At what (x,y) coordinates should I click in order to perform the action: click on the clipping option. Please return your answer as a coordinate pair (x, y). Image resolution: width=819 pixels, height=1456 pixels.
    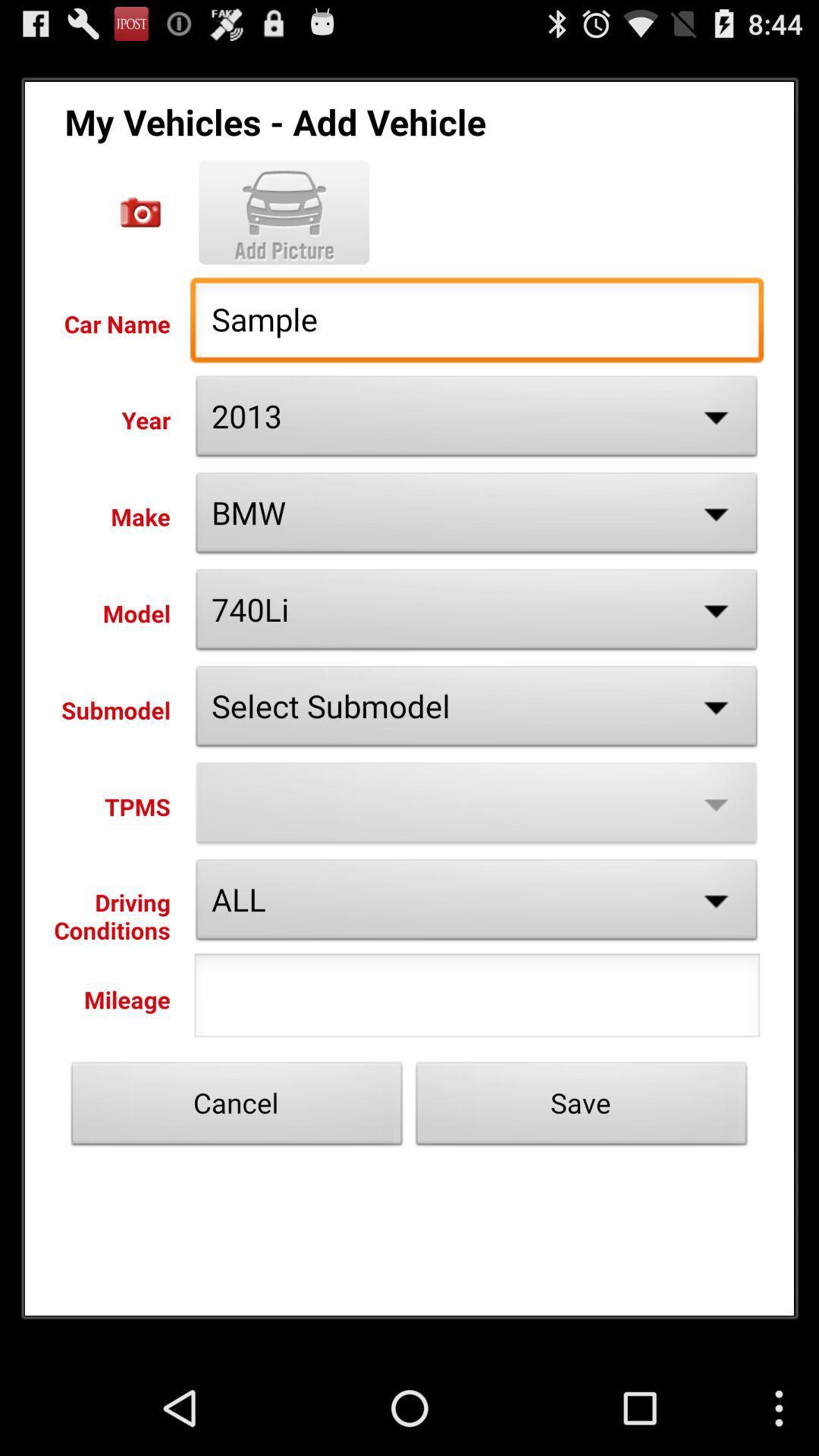
    Looking at the image, I should click on (140, 212).